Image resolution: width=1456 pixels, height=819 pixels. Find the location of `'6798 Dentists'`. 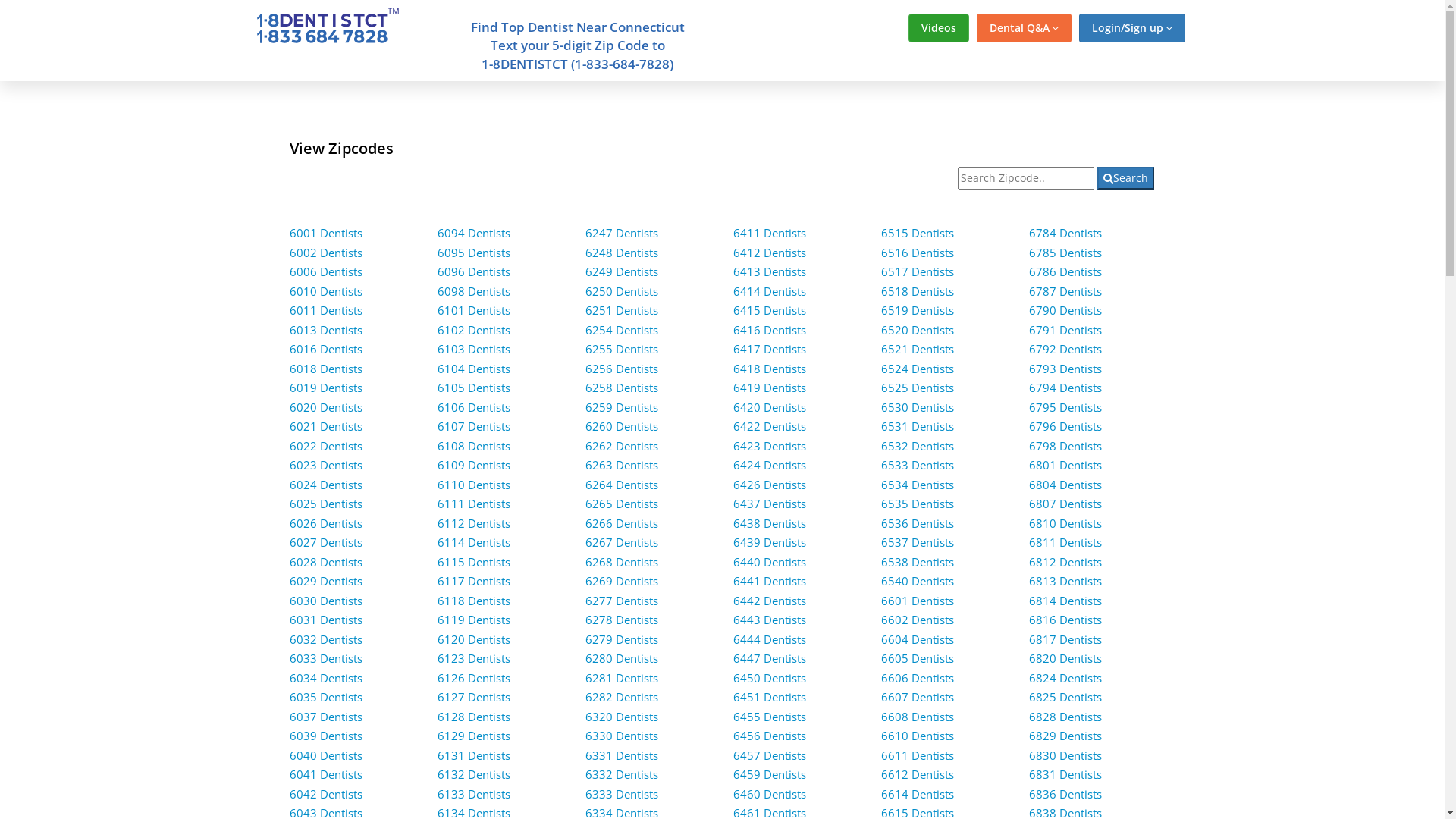

'6798 Dentists' is located at coordinates (1029, 444).